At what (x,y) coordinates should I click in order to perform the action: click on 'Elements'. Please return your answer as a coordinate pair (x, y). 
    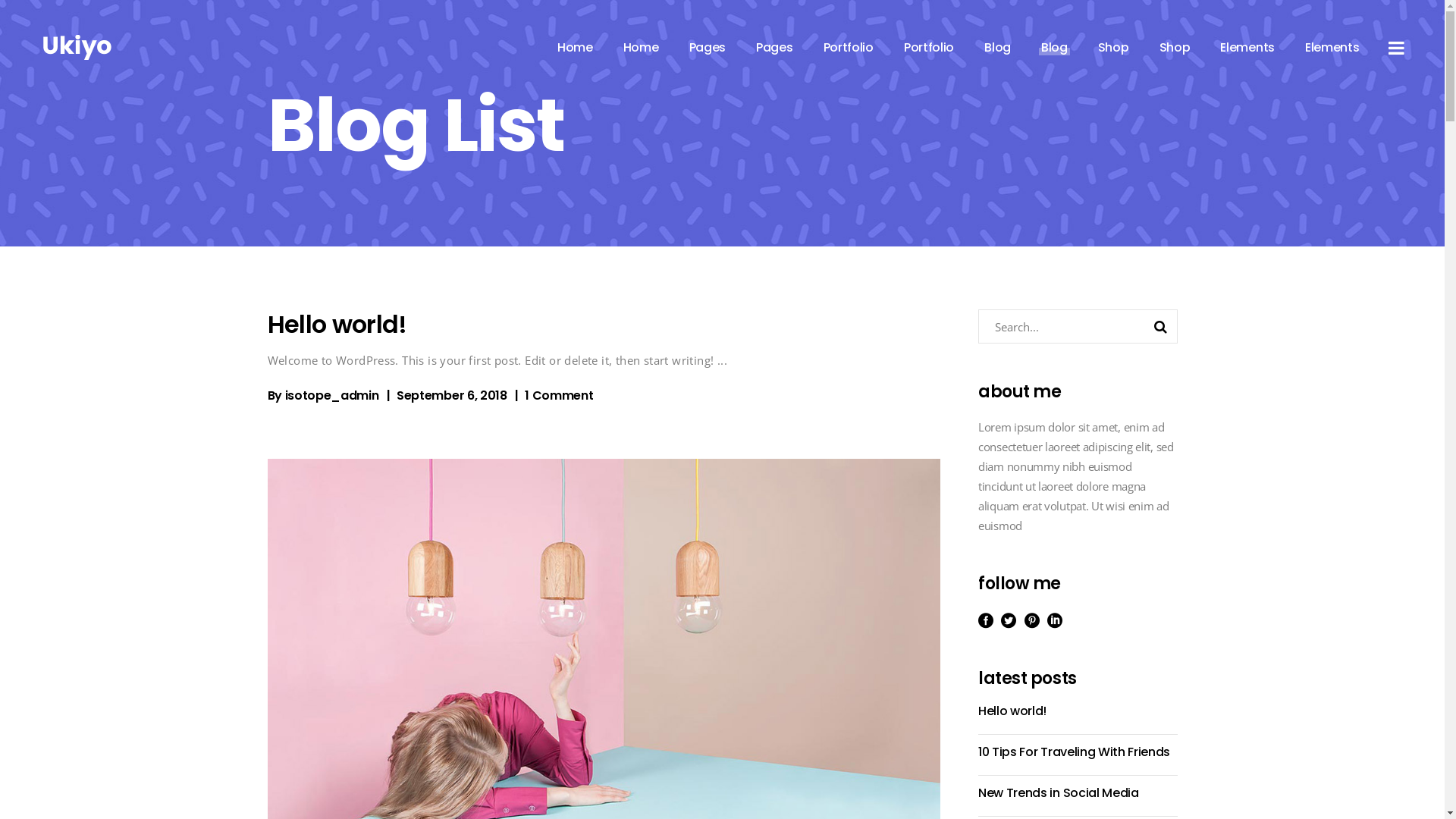
    Looking at the image, I should click on (1331, 46).